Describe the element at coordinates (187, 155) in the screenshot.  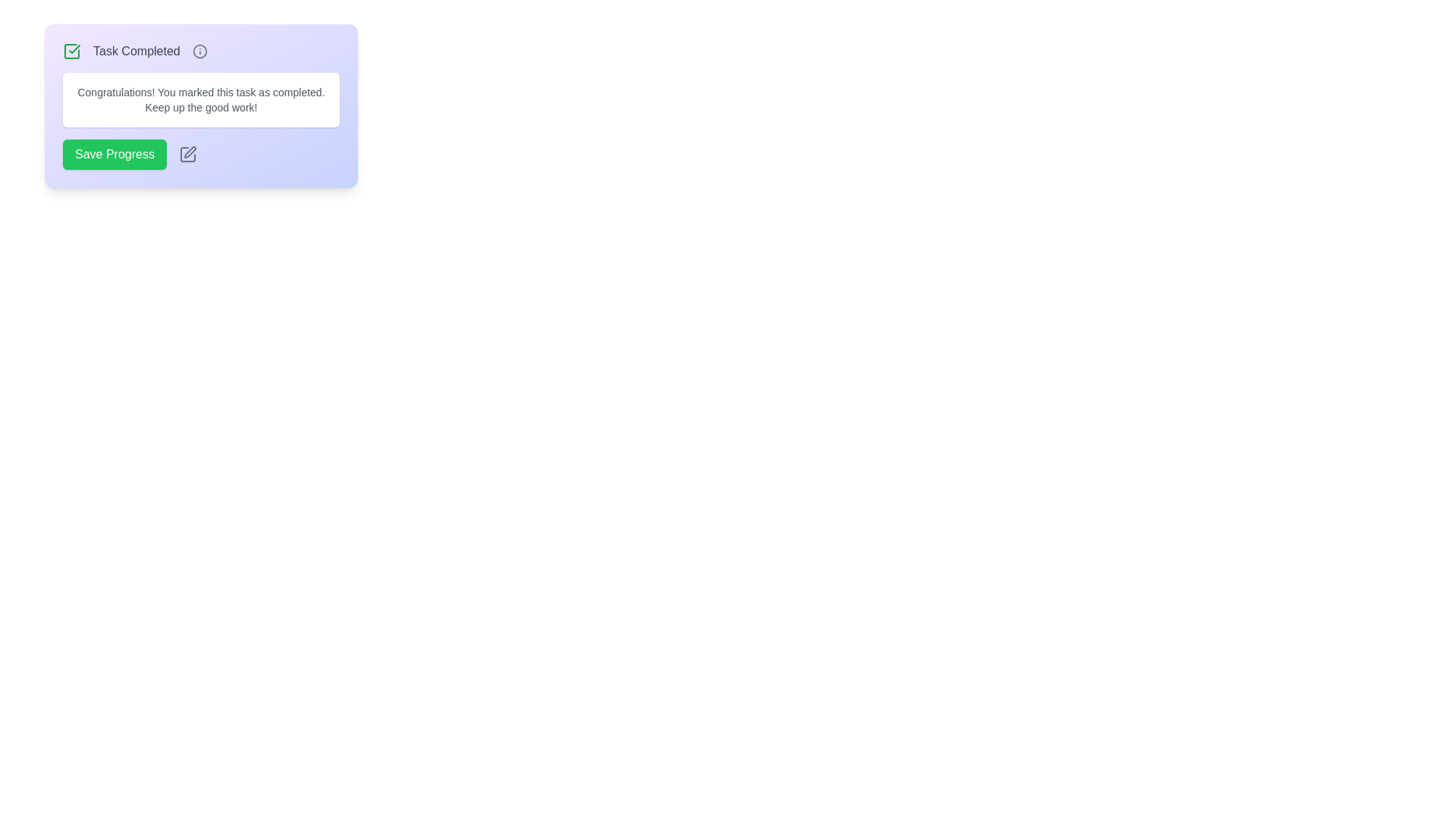
I see `the square outline of the 'Edit Task' icon located to the right of the 'Save Progress' button within the task completion confirmation card` at that location.